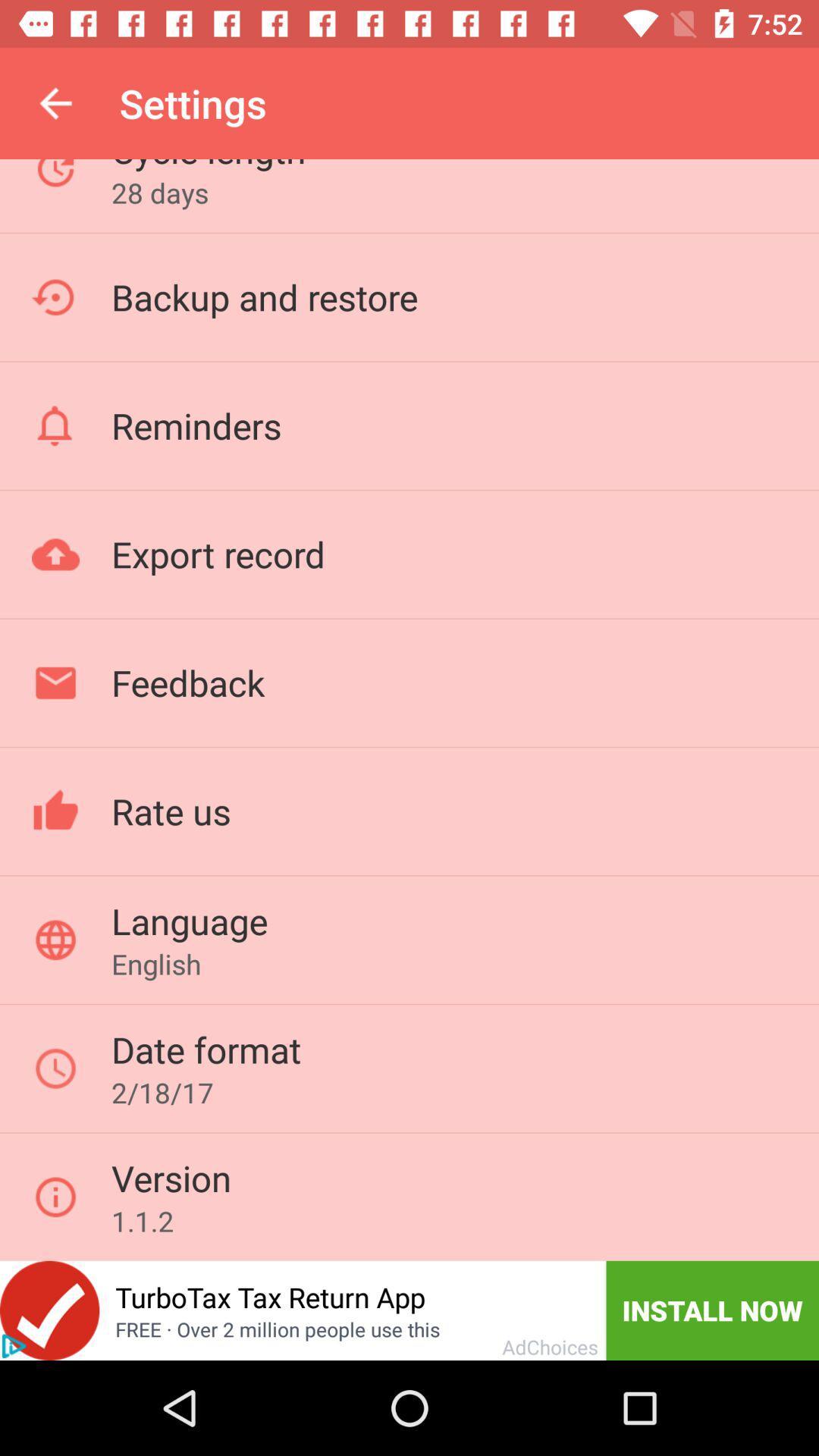 Image resolution: width=819 pixels, height=1456 pixels. I want to click on app next to adchoices item, so click(712, 1310).